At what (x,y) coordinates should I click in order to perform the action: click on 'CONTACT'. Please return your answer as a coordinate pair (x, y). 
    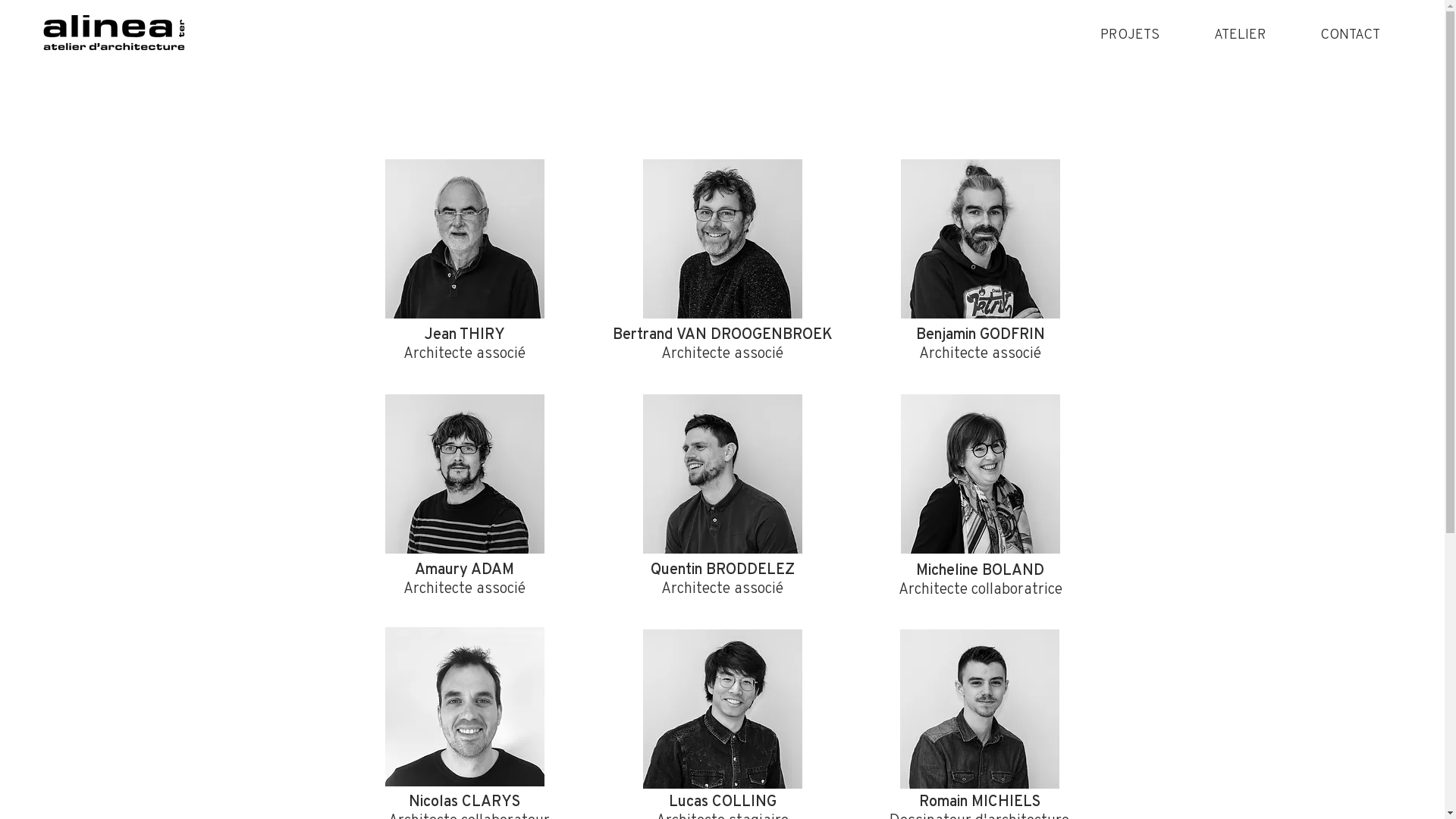
    Looking at the image, I should click on (1350, 33).